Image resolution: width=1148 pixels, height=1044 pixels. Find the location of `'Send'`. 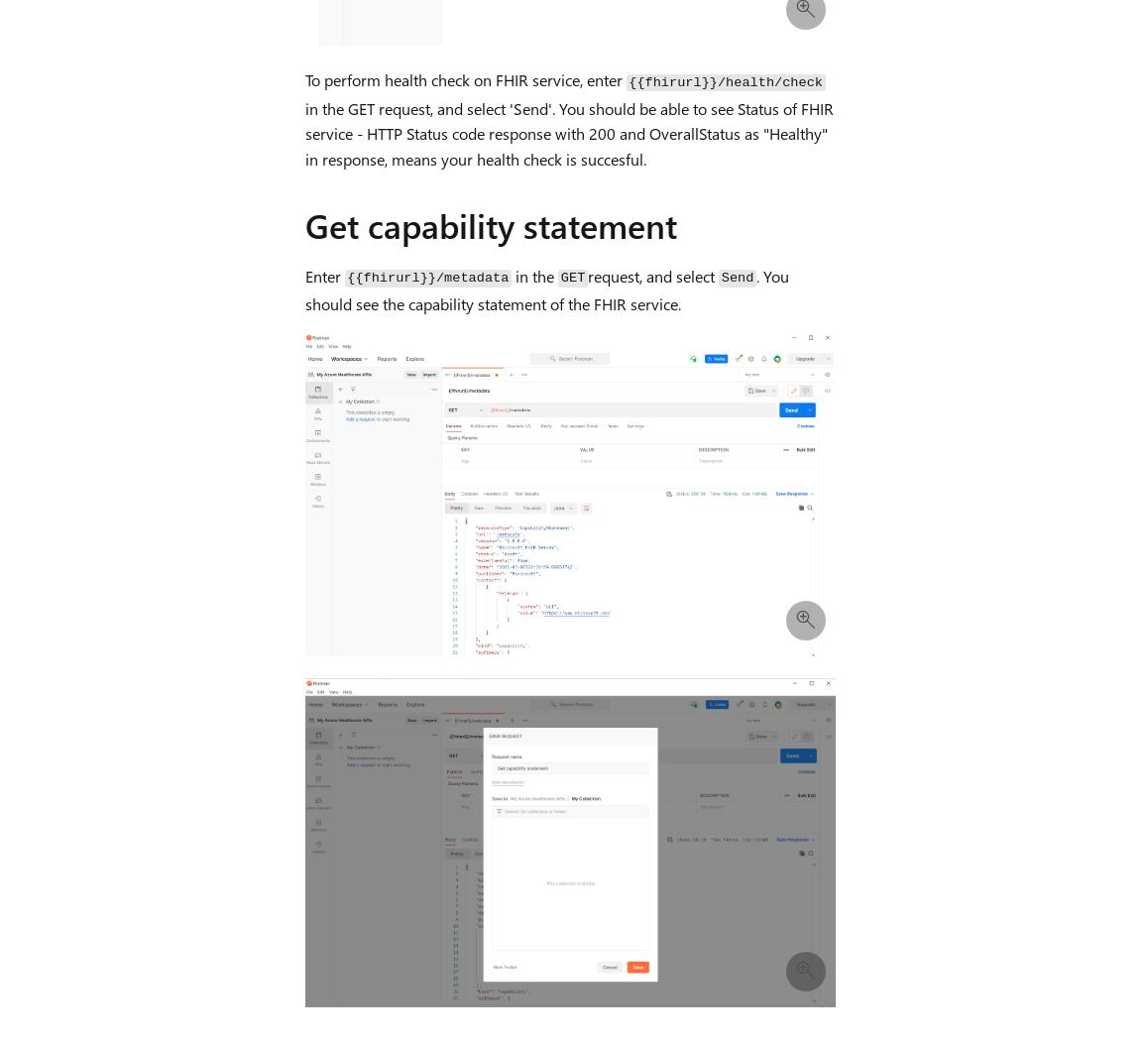

'Send' is located at coordinates (736, 277).